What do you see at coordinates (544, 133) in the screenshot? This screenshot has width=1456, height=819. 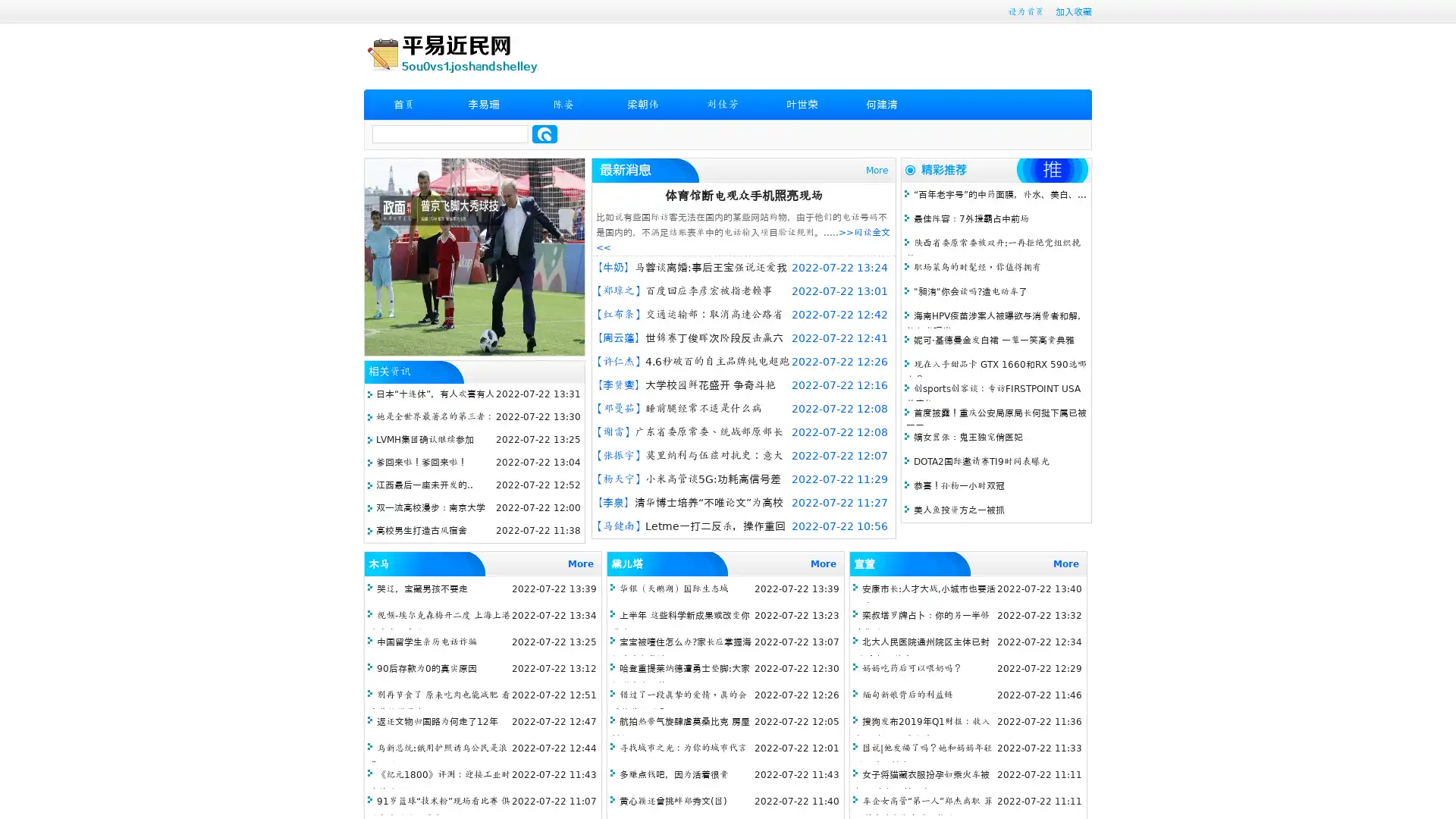 I see `Search` at bounding box center [544, 133].